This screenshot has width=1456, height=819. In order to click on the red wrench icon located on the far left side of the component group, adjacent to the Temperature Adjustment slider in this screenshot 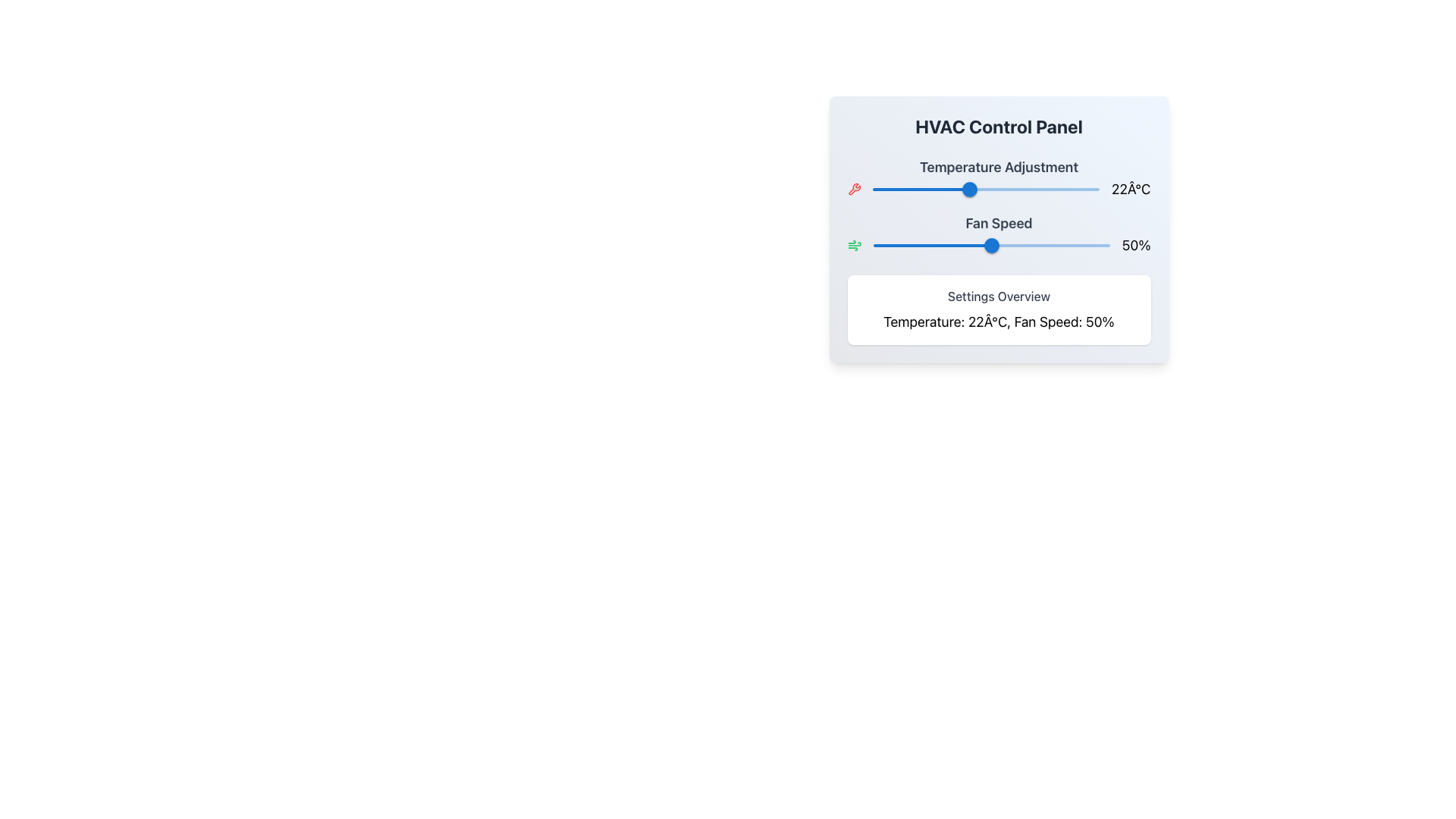, I will do `click(854, 189)`.